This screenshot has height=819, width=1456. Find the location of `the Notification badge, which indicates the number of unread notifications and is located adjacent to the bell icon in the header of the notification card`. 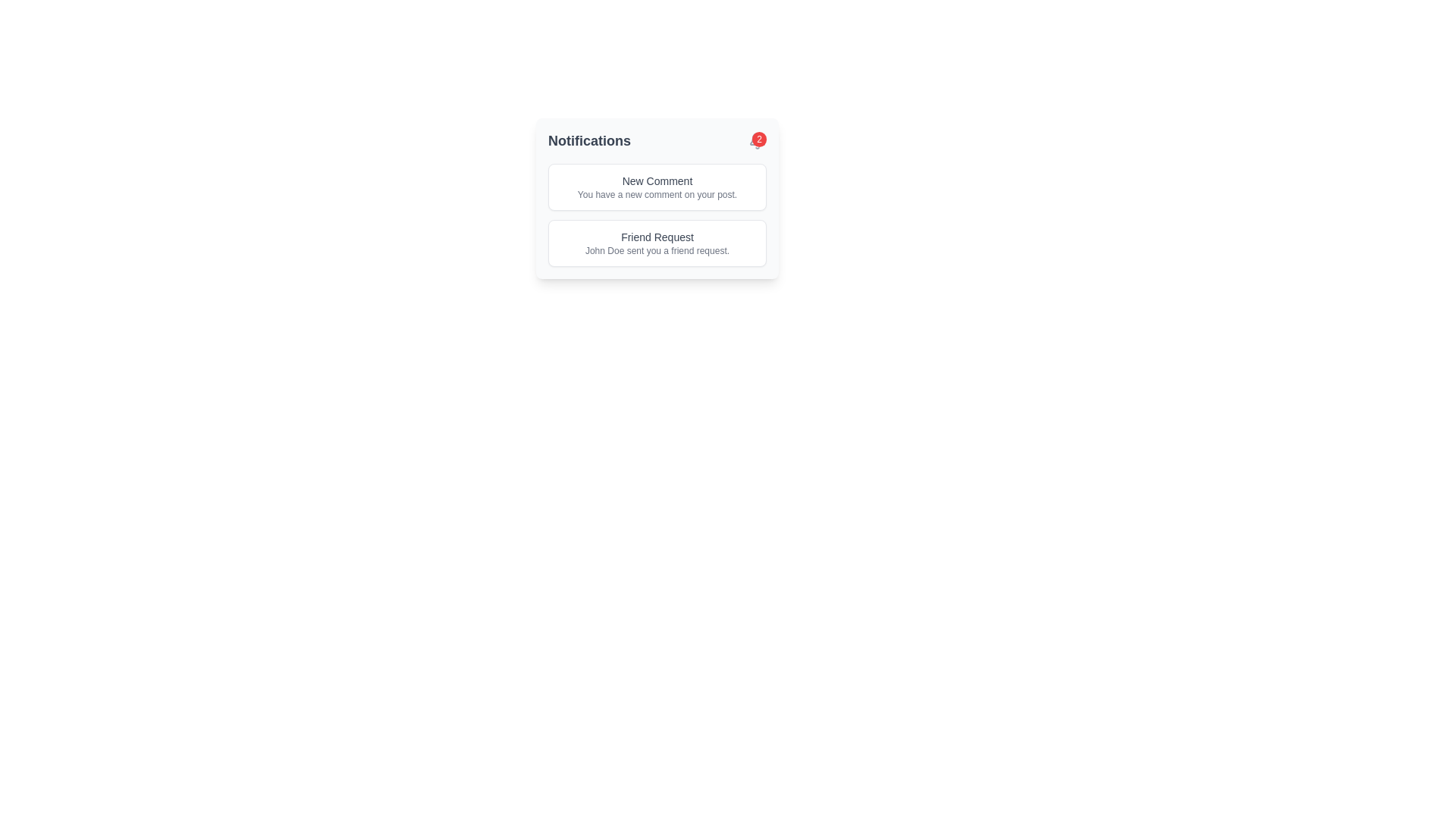

the Notification badge, which indicates the number of unread notifications and is located adjacent to the bell icon in the header of the notification card is located at coordinates (757, 140).